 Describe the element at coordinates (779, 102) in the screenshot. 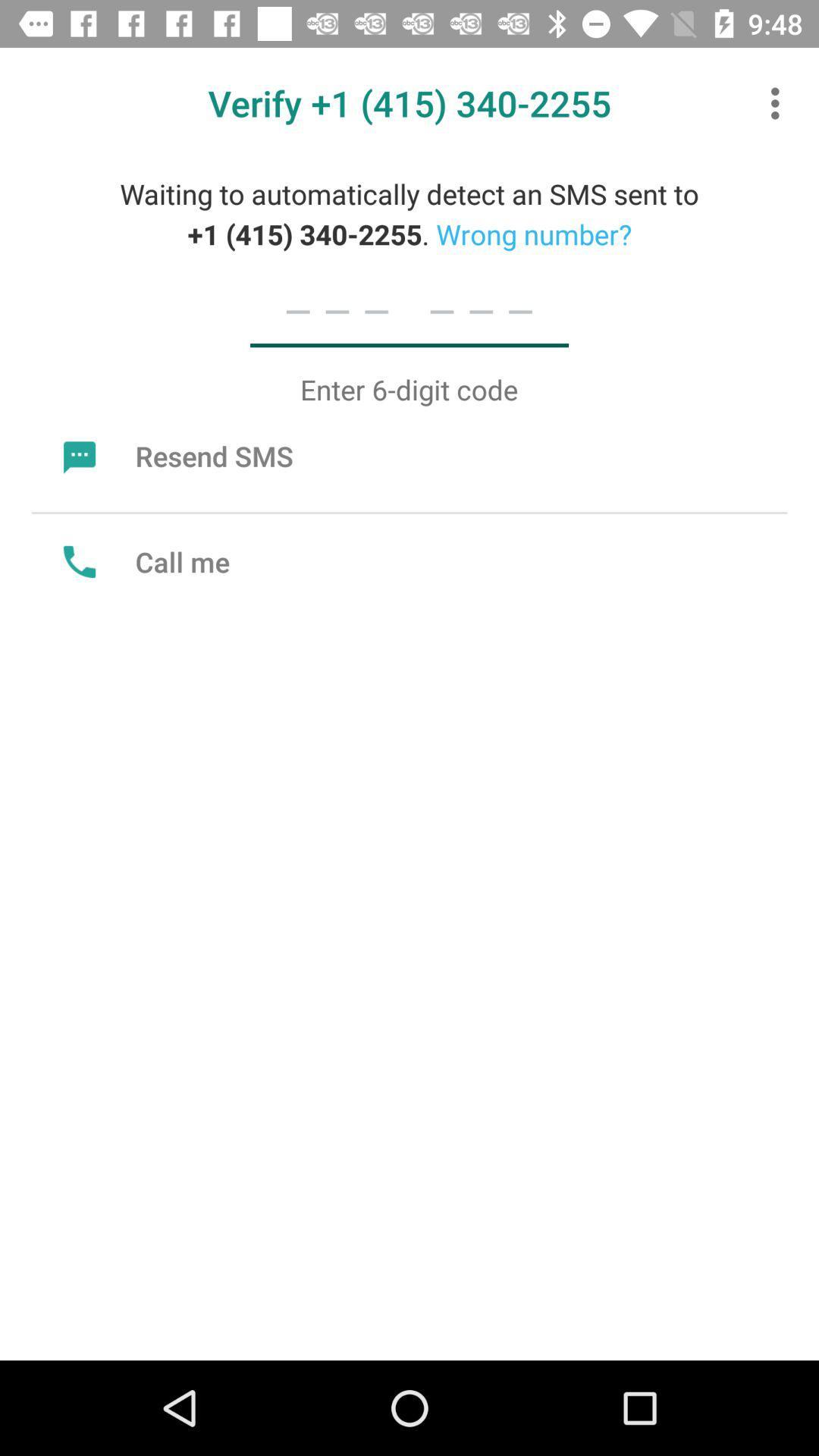

I see `icon to the right of the verify 1 415 icon` at that location.